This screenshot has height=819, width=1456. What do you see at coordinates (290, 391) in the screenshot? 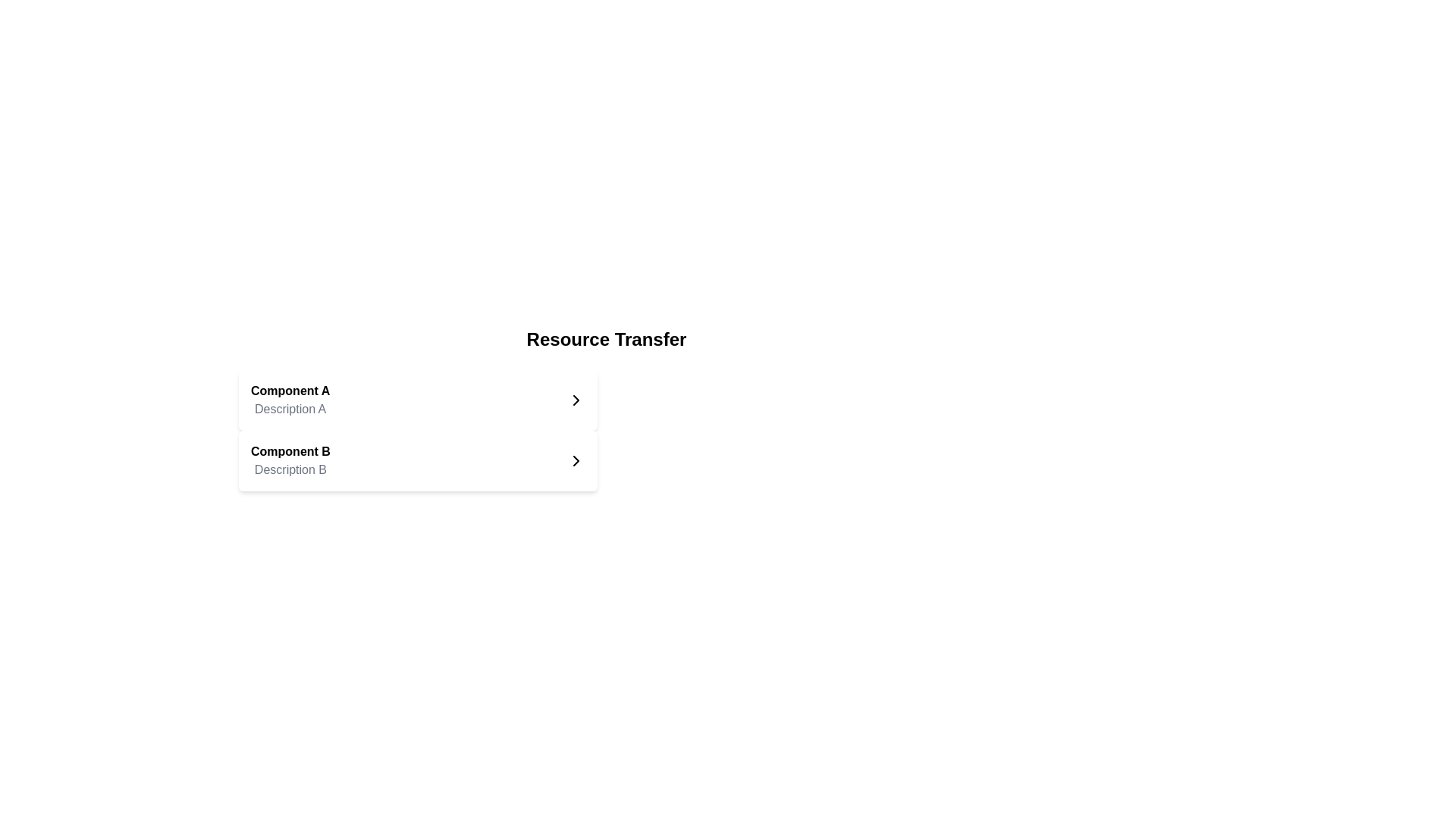
I see `bold text label 'Component A' located at the top of a grouped section in the upper-left part of the interface` at bounding box center [290, 391].